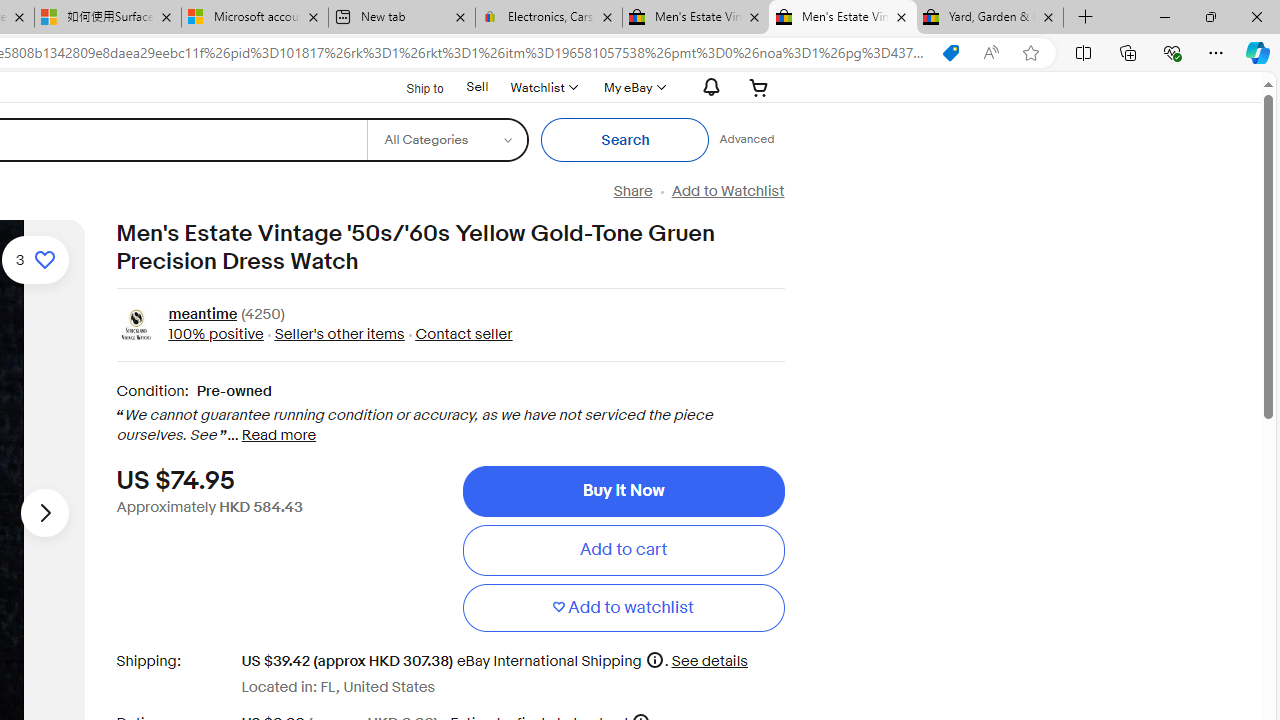 The width and height of the screenshot is (1280, 720). I want to click on 'Ship to', so click(411, 87).